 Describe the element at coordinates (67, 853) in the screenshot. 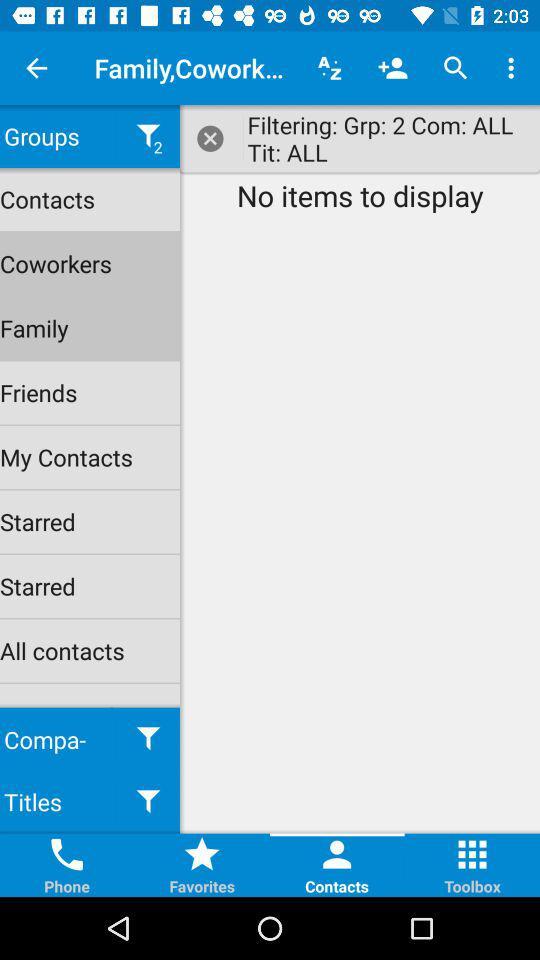

I see `the icon above phone` at that location.